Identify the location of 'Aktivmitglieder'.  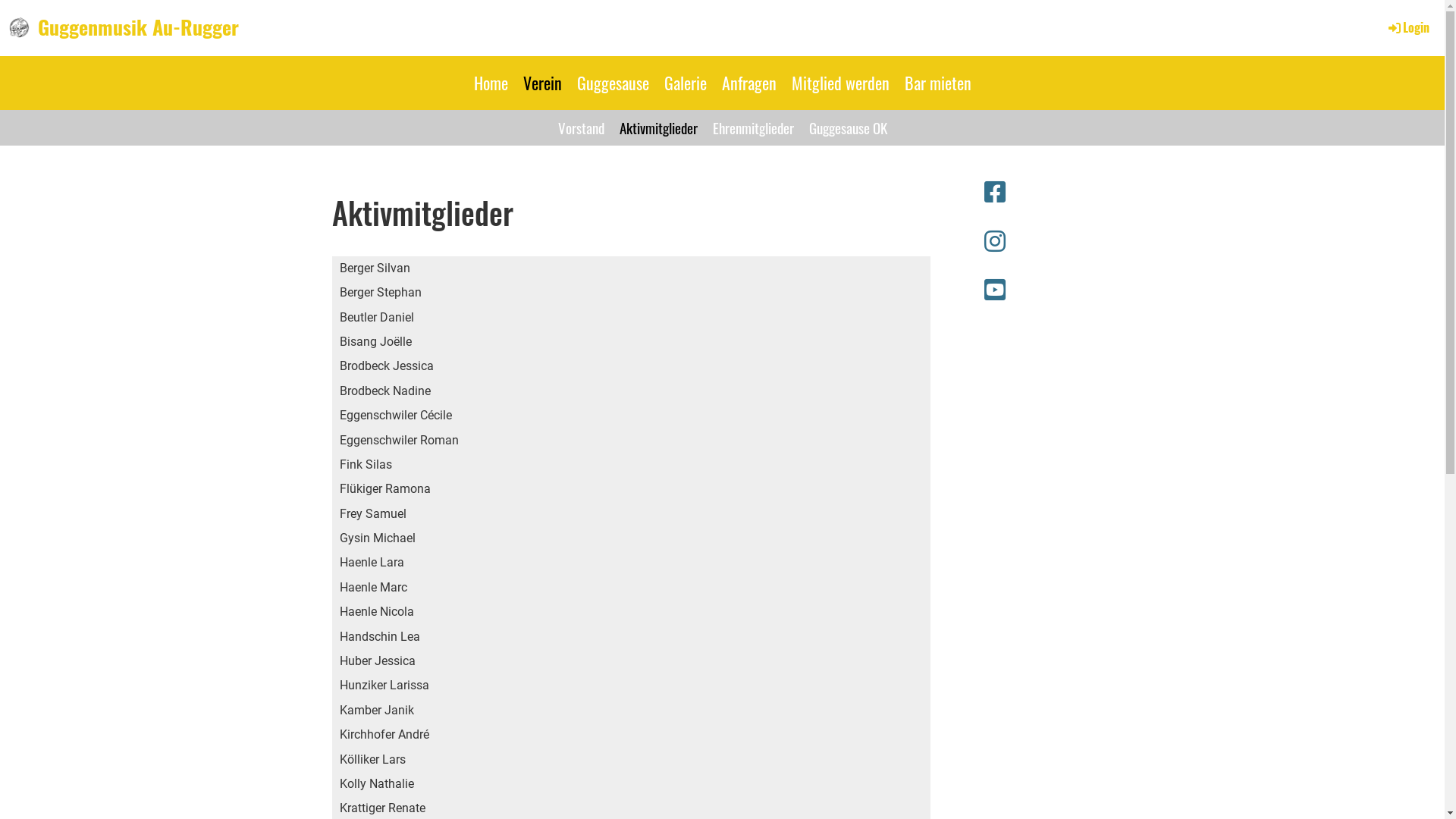
(657, 127).